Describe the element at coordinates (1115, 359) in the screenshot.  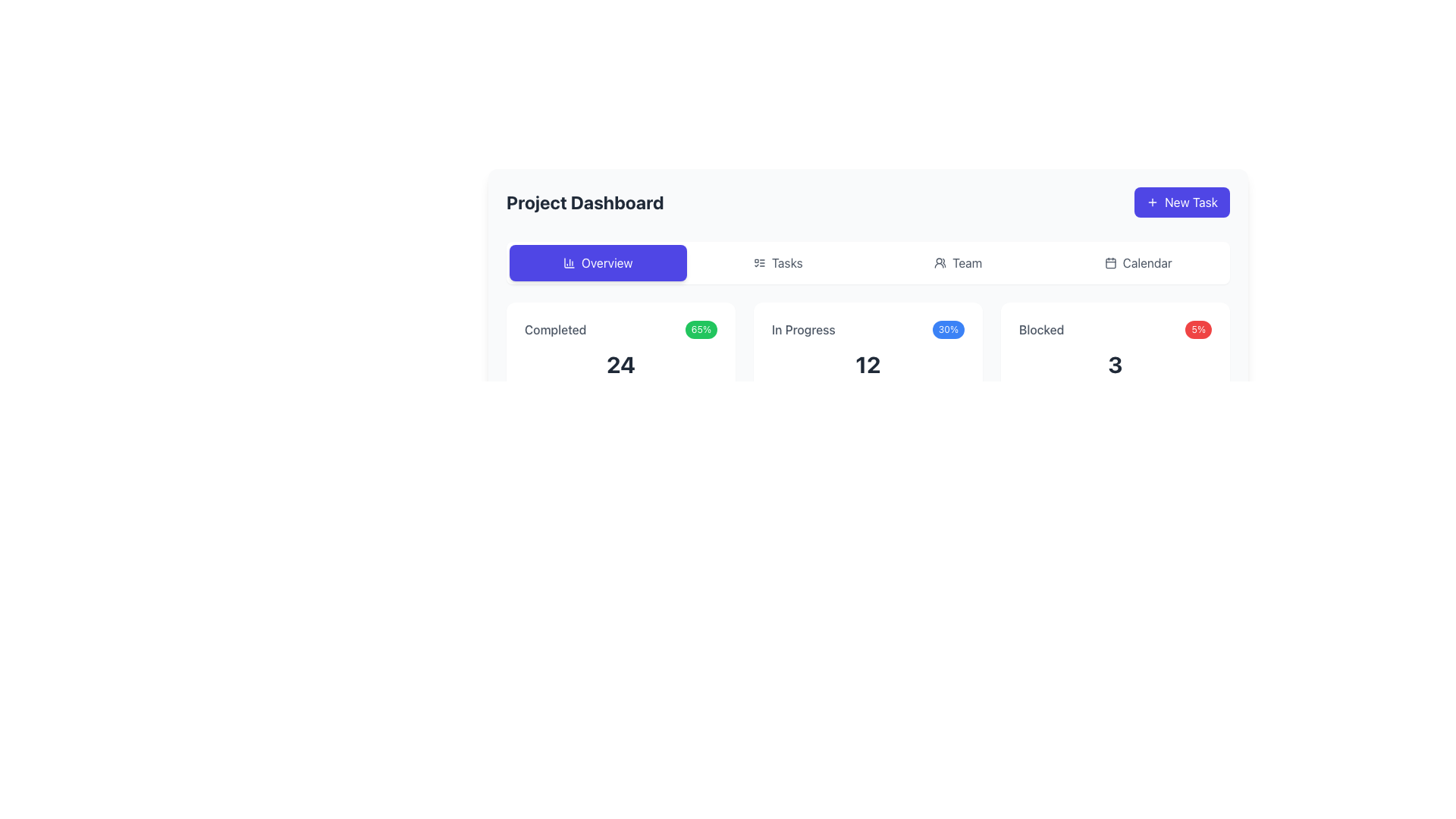
I see `the Informational card that summarizes 'Blocked' items, which is positioned as the third card in a row of three, located to the far right` at that location.